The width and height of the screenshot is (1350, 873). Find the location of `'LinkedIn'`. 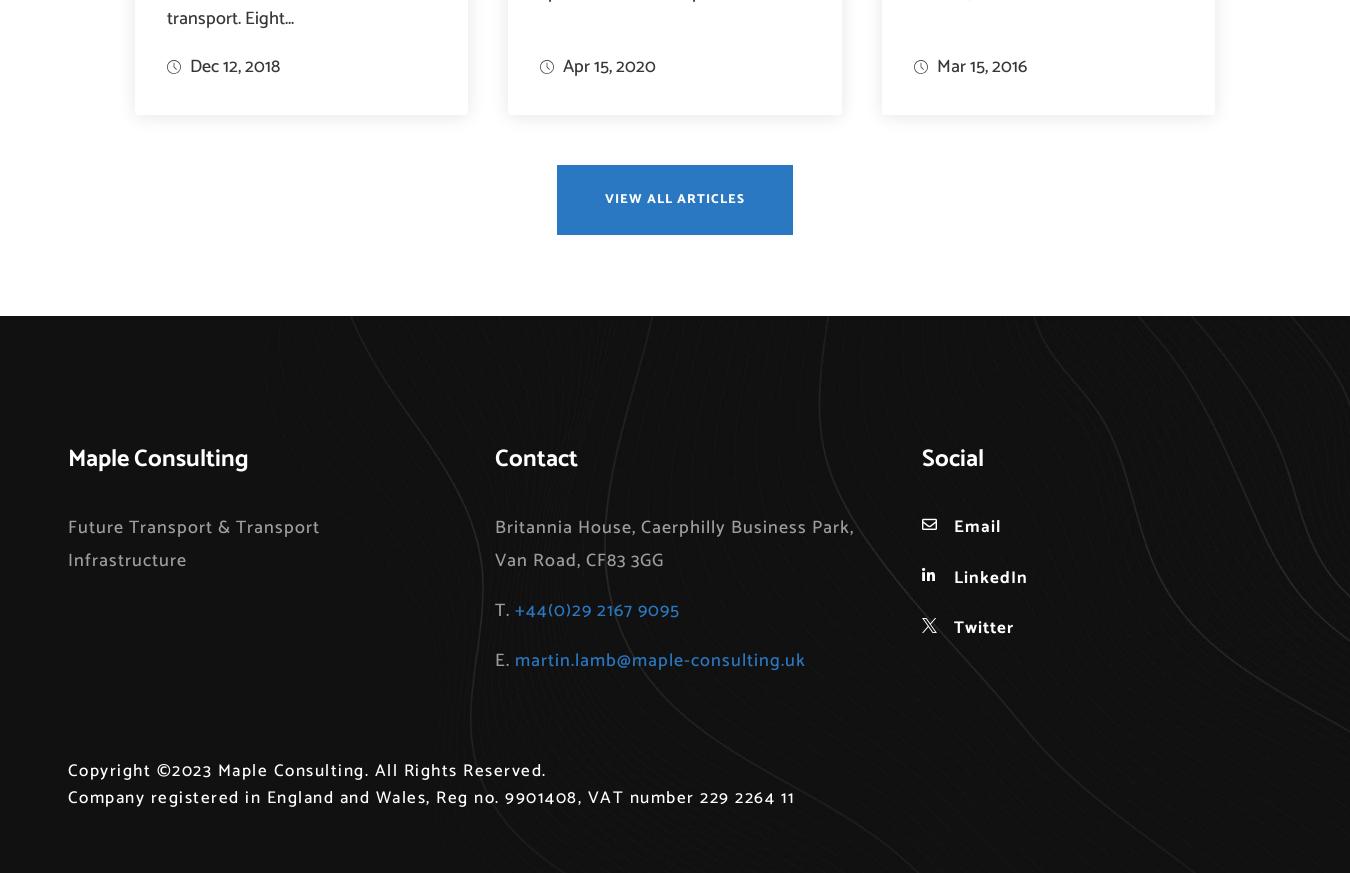

'LinkedIn' is located at coordinates (953, 575).